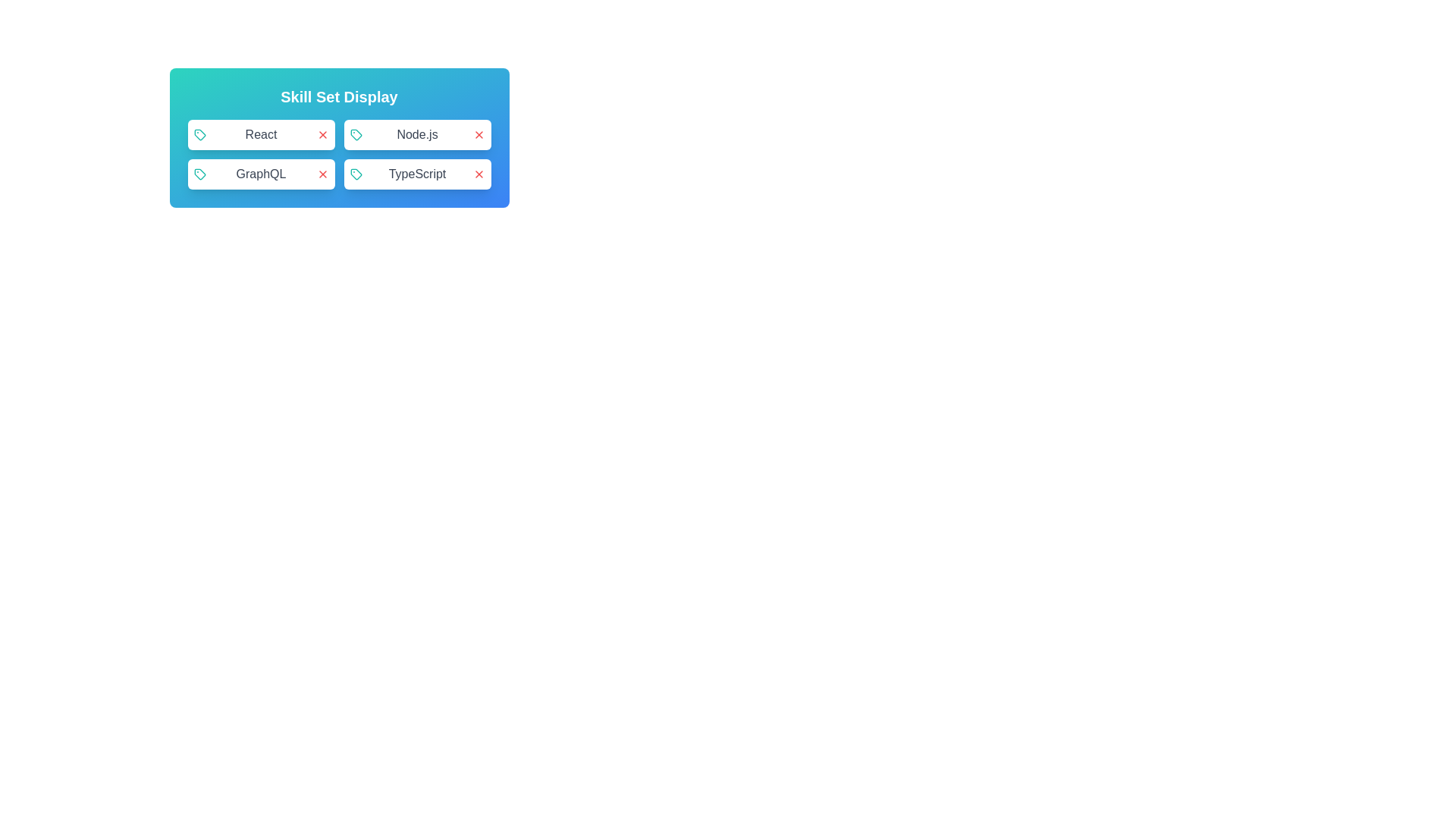 The width and height of the screenshot is (1456, 819). Describe the element at coordinates (322, 133) in the screenshot. I see `close button next to the skill React to remove it` at that location.